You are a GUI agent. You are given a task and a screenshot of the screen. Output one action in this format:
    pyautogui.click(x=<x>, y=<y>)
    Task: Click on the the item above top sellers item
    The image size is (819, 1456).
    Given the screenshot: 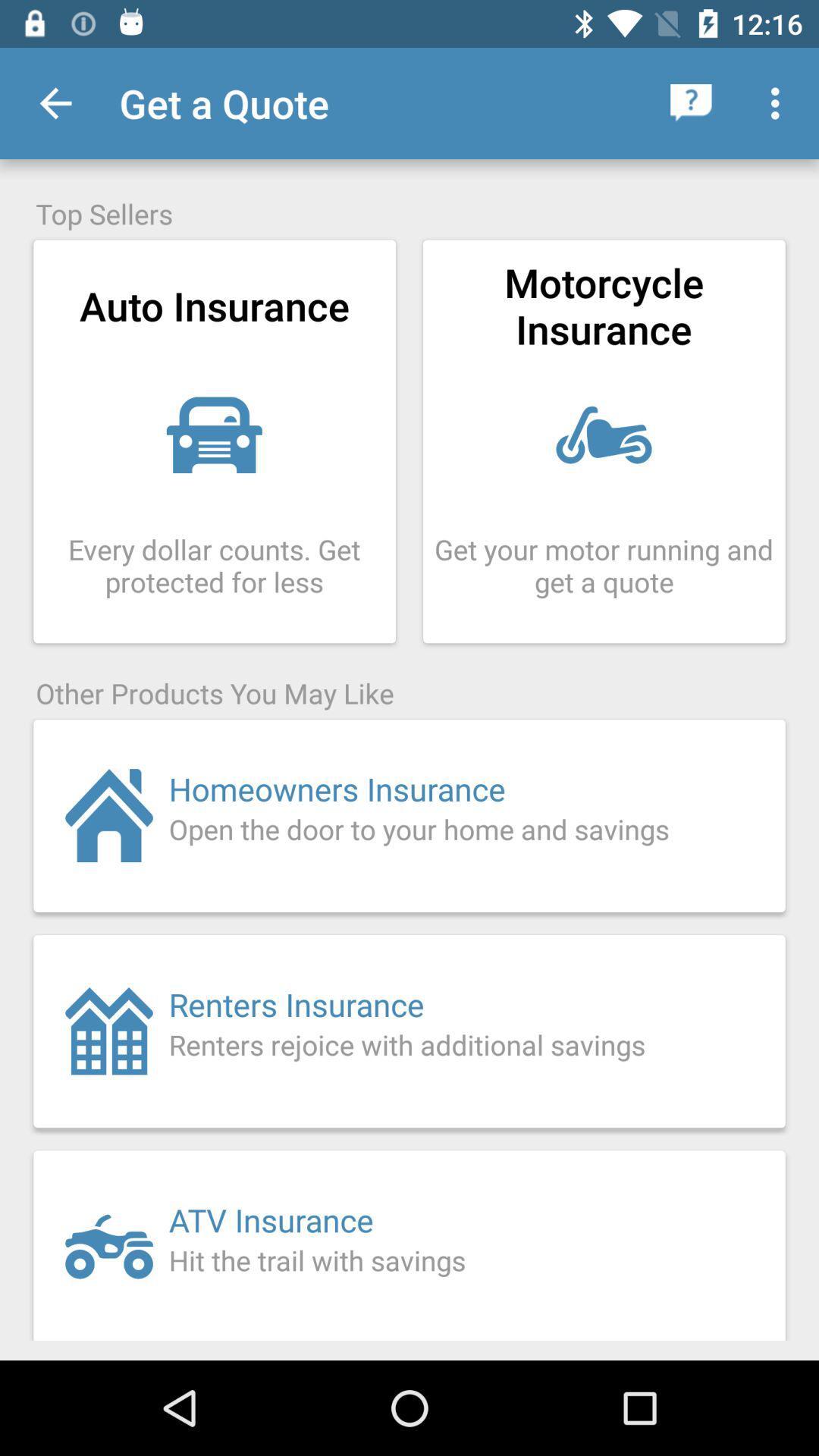 What is the action you would take?
    pyautogui.click(x=691, y=102)
    